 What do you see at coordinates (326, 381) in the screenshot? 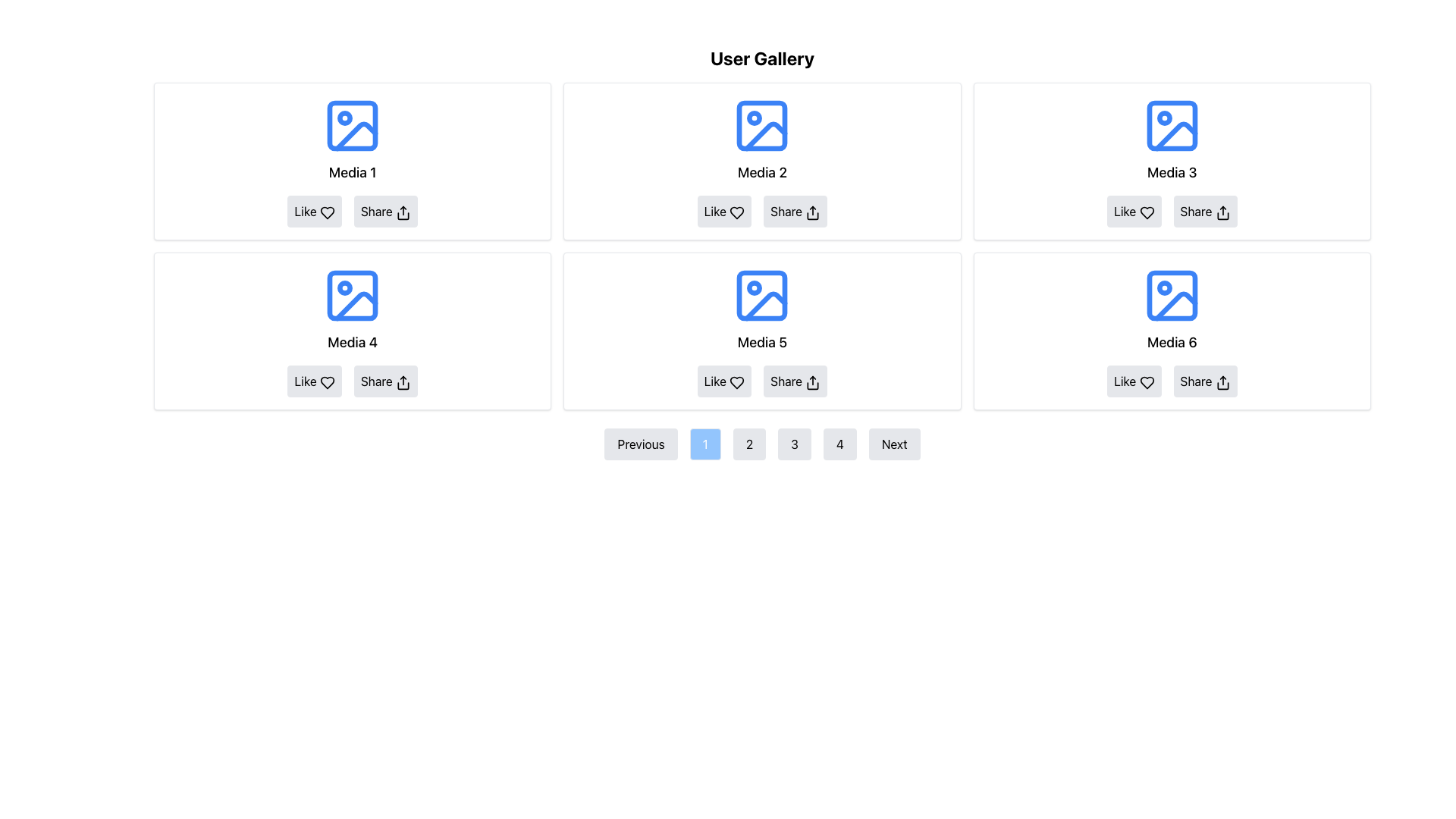
I see `on the heart-shaped icon within the 'Like' button for 'Media 4'` at bounding box center [326, 381].